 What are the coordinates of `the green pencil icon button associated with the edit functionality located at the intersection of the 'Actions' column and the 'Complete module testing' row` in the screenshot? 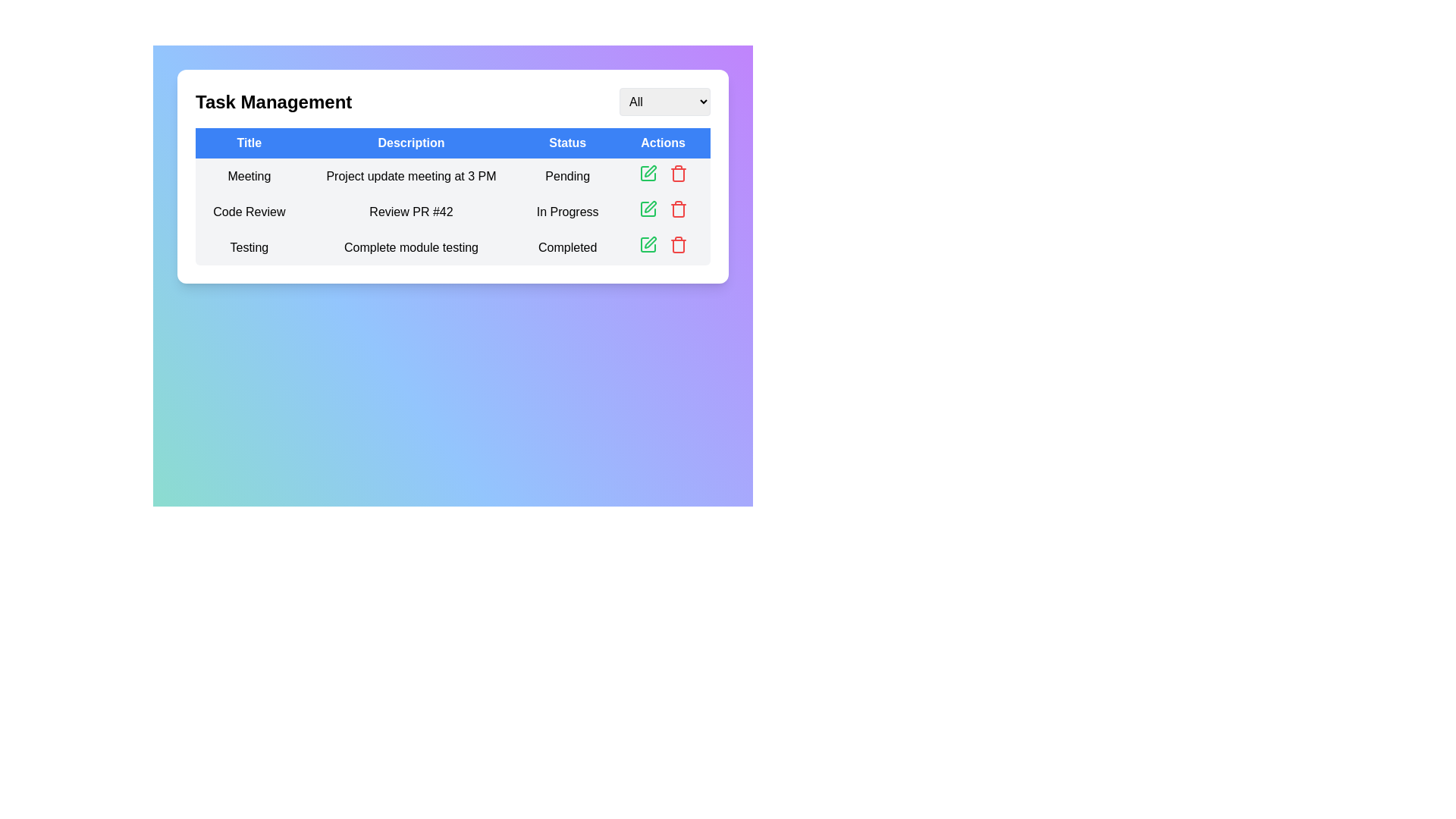 It's located at (648, 244).